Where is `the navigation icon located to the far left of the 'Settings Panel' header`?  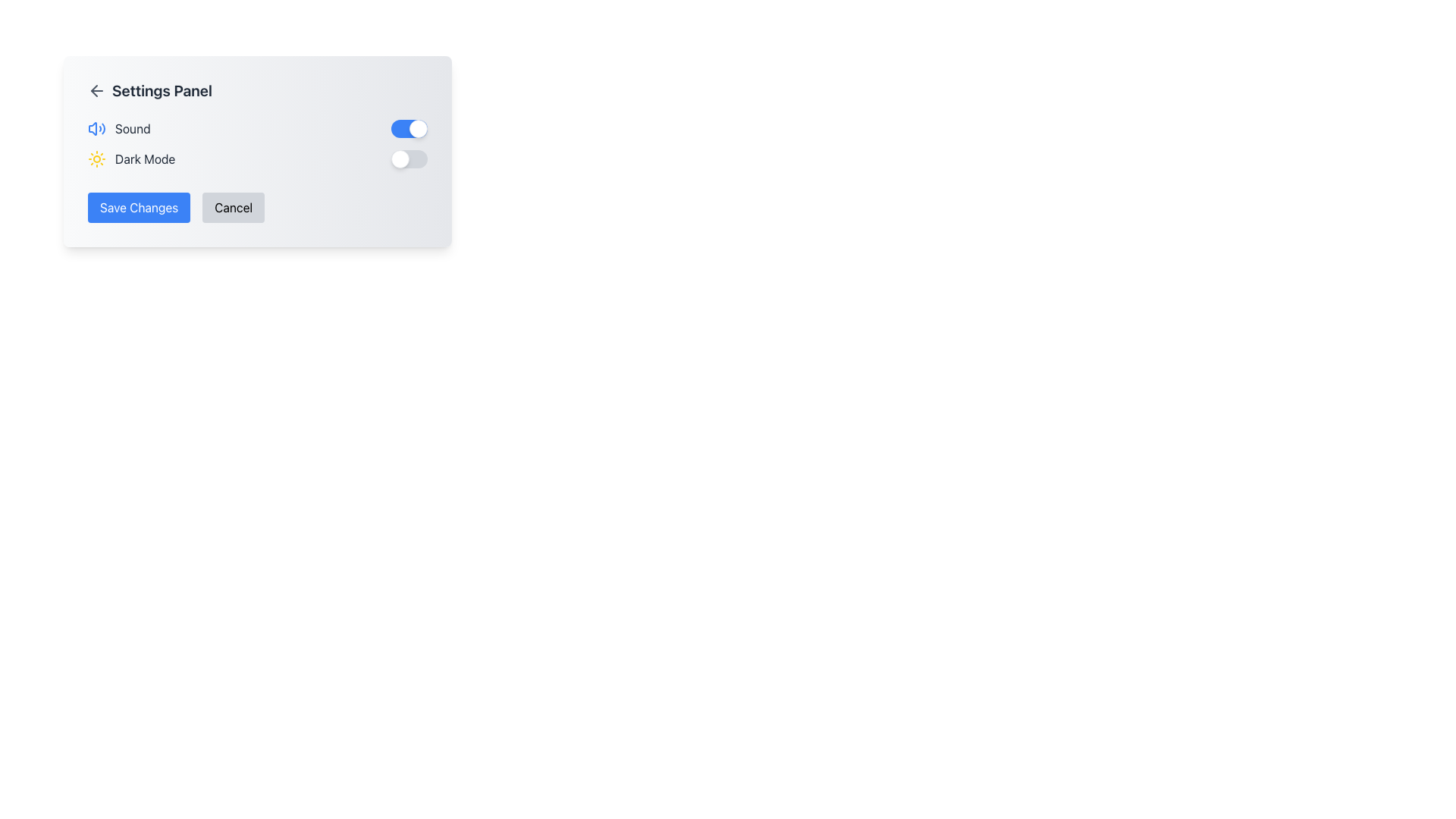
the navigation icon located to the far left of the 'Settings Panel' header is located at coordinates (96, 90).